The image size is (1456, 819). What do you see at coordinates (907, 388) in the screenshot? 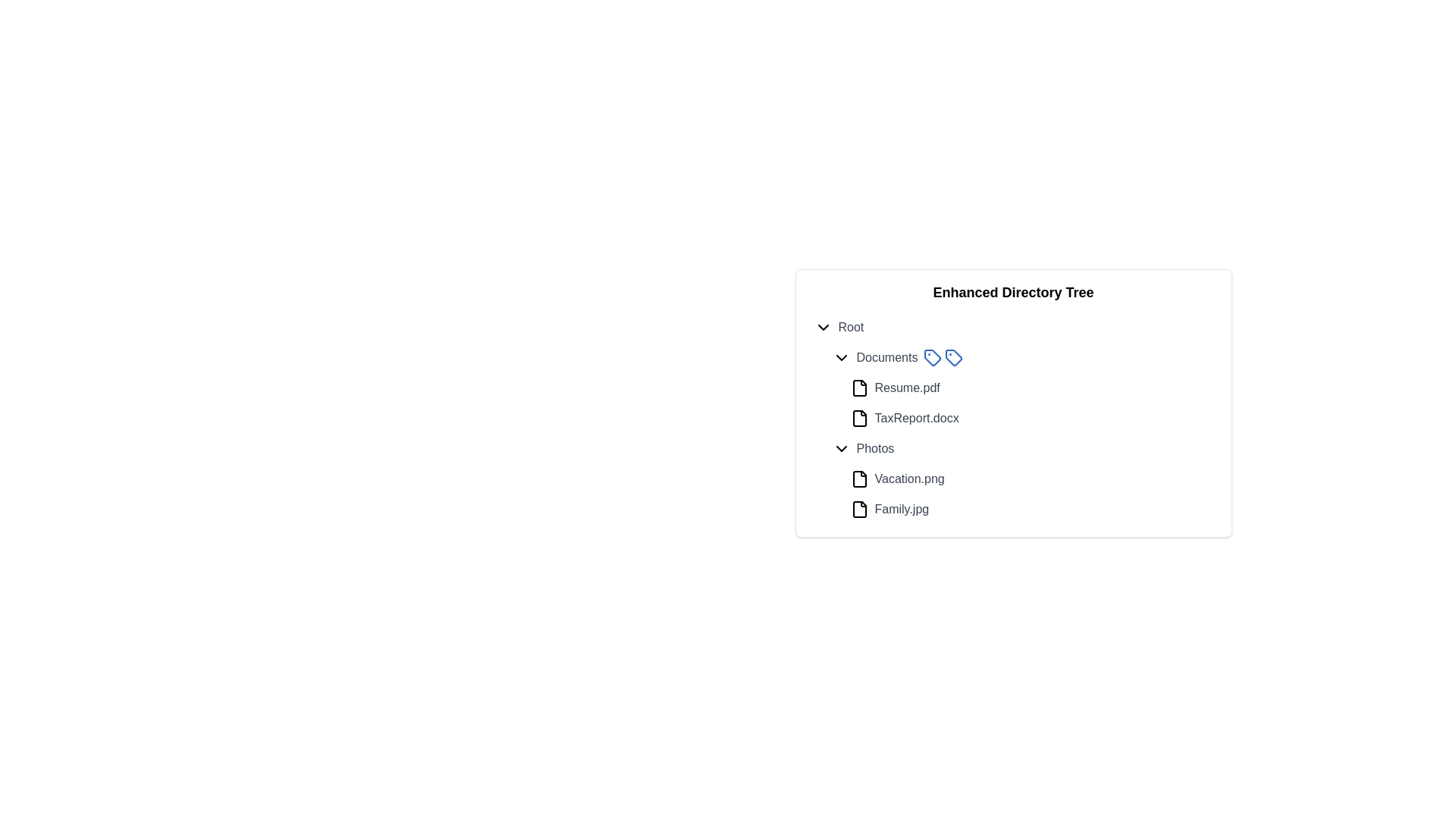
I see `the 'Resume.pdf' text label in the directory listing` at bounding box center [907, 388].